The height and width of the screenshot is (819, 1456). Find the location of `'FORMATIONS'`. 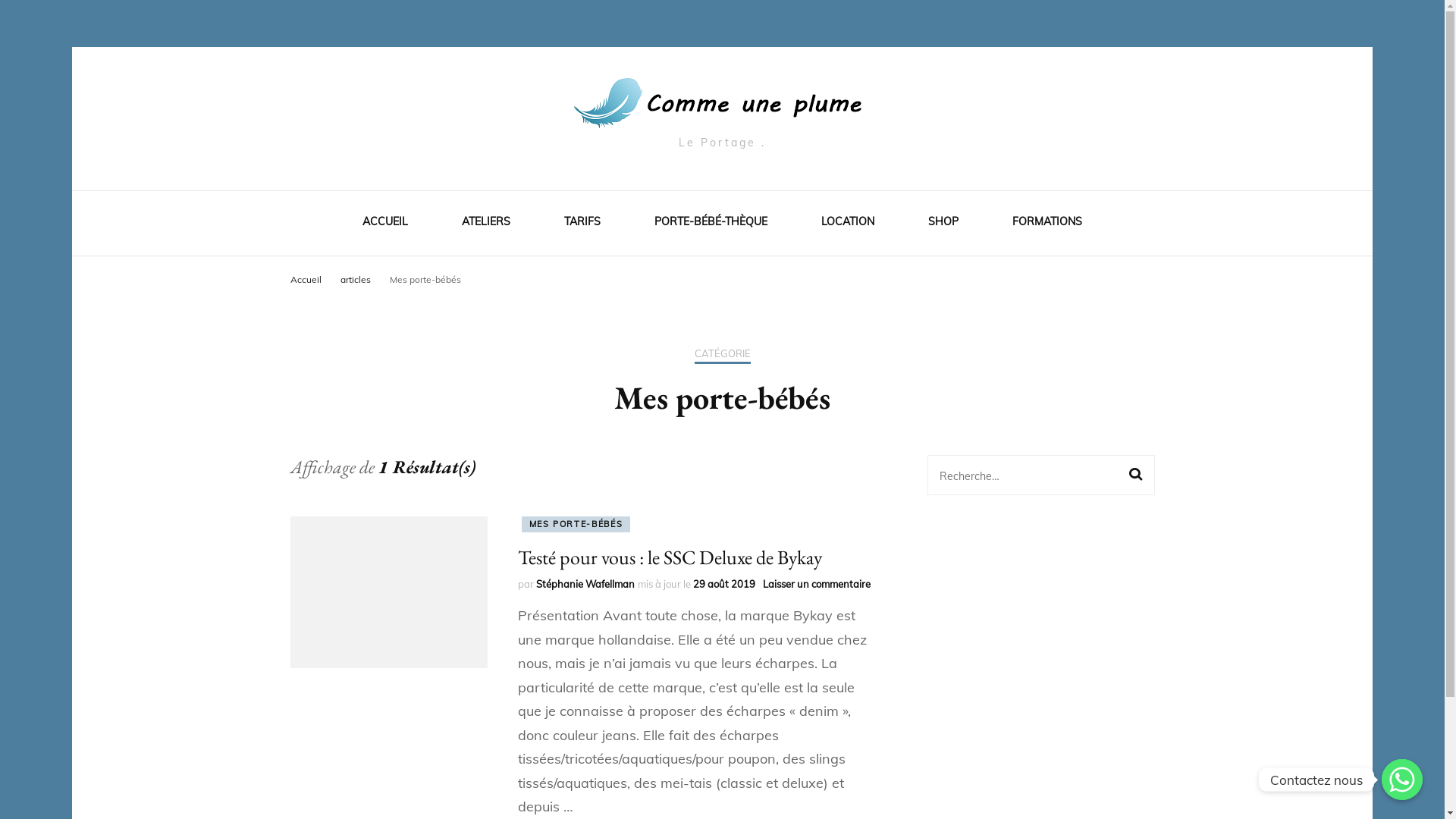

'FORMATIONS' is located at coordinates (1046, 224).